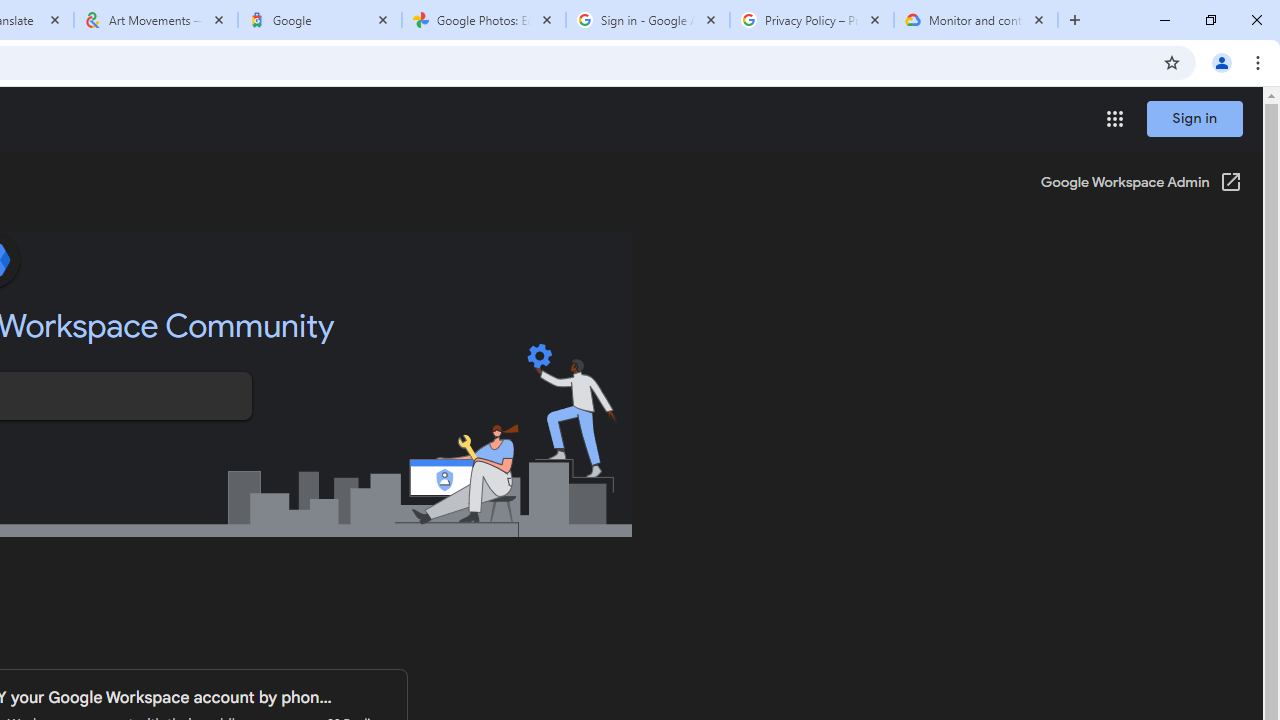 This screenshot has width=1280, height=720. What do you see at coordinates (1165, 20) in the screenshot?
I see `'Minimize'` at bounding box center [1165, 20].